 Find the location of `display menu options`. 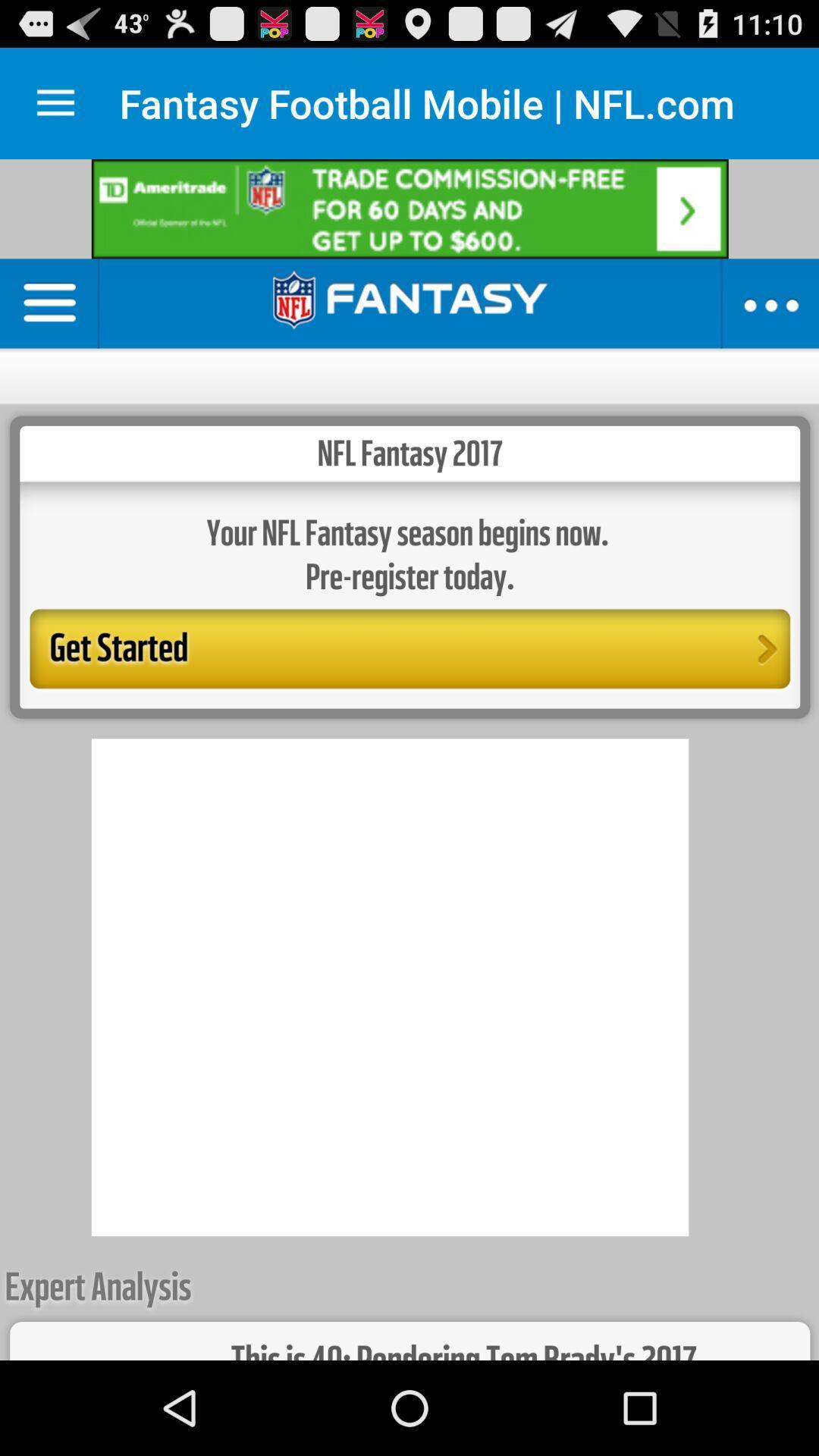

display menu options is located at coordinates (55, 102).